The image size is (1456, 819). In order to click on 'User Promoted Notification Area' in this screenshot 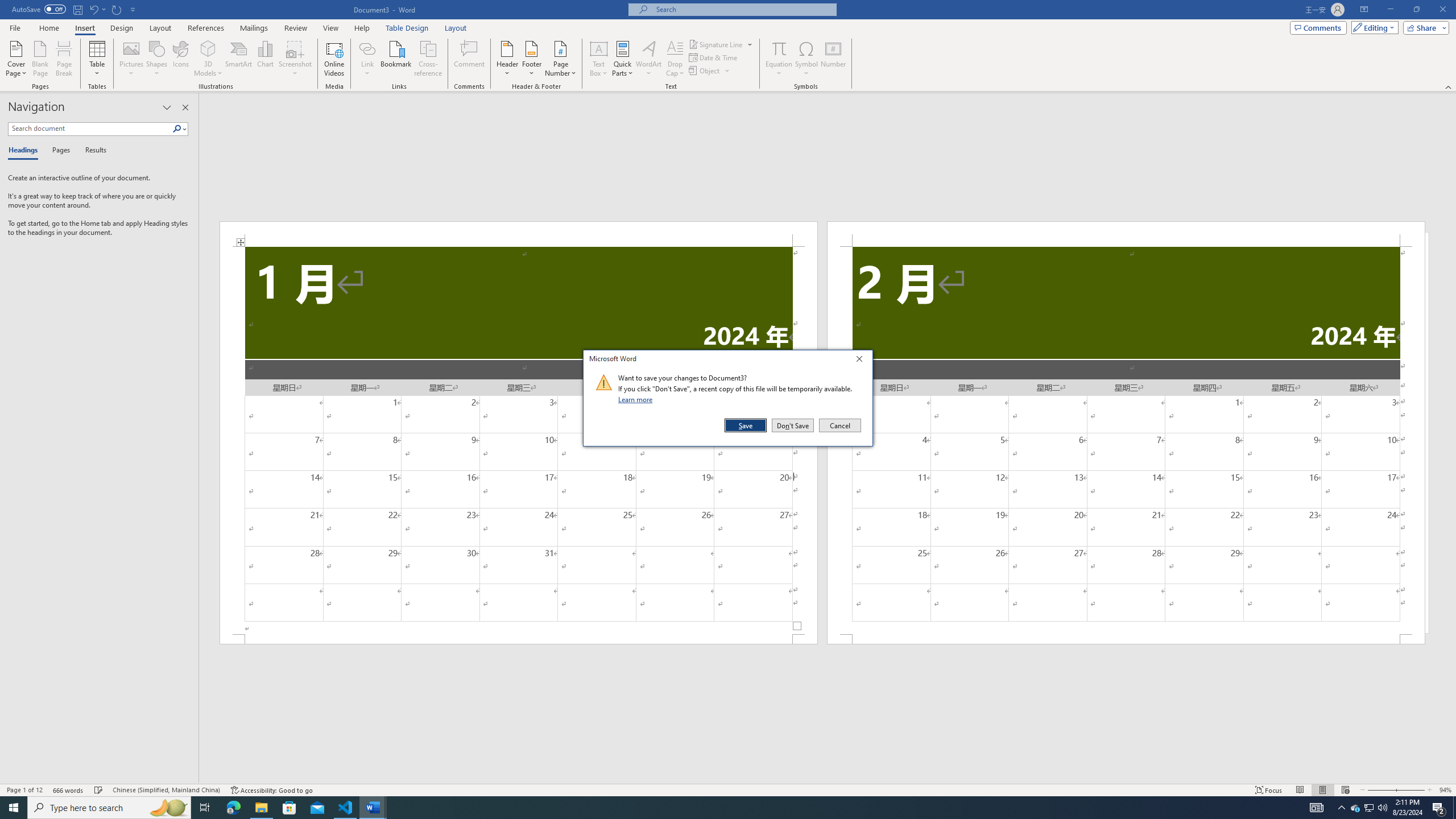, I will do `click(1368, 806)`.